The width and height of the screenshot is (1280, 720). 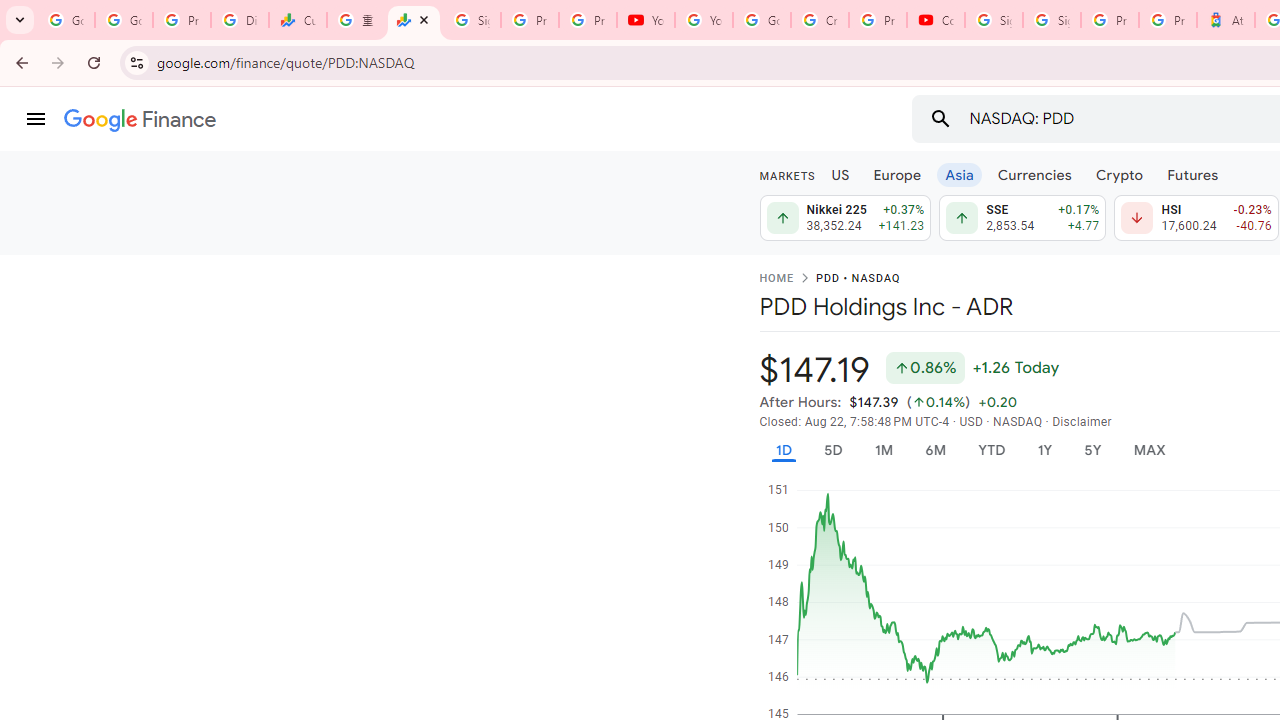 I want to click on '5Y', so click(x=1091, y=450).